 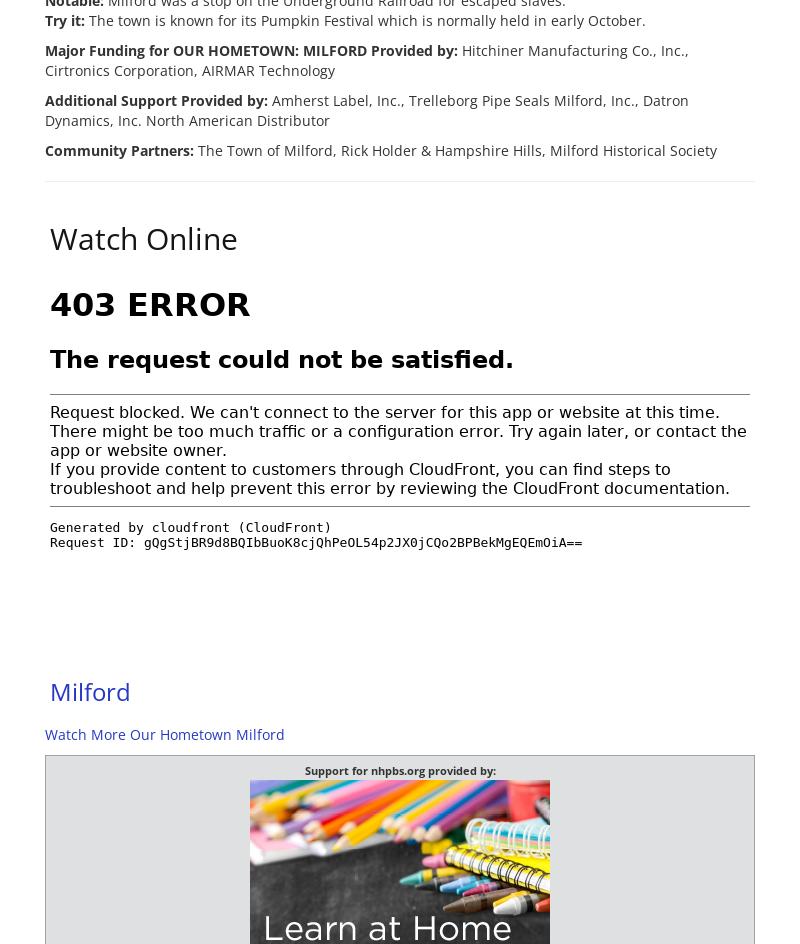 I want to click on 'Hitchiner Manufacturing Co., Inc., Cirtronics Corporation, AIRMAR Technology', so click(x=366, y=59).